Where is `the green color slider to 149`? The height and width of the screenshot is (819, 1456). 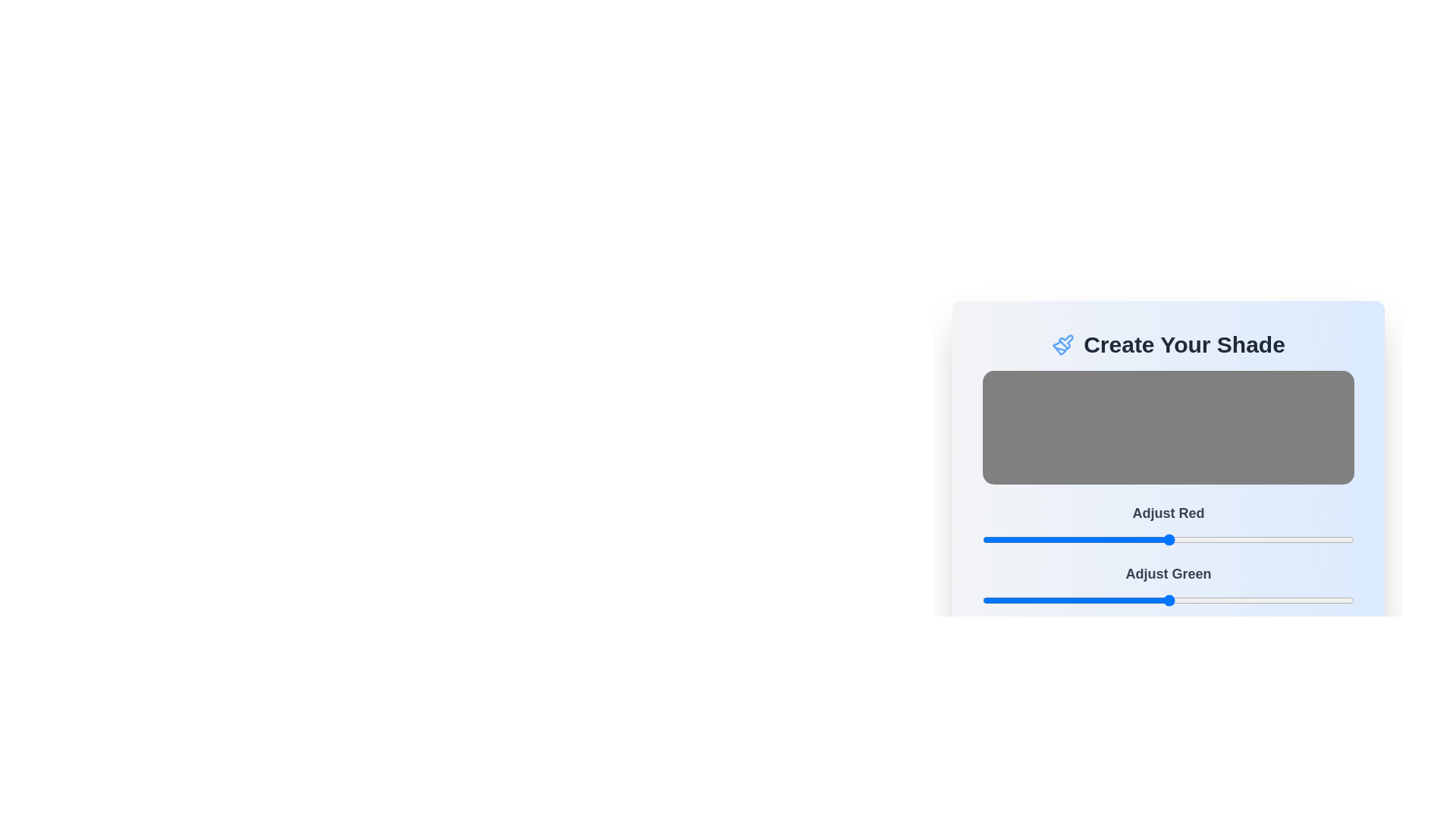
the green color slider to 149 is located at coordinates (1199, 599).